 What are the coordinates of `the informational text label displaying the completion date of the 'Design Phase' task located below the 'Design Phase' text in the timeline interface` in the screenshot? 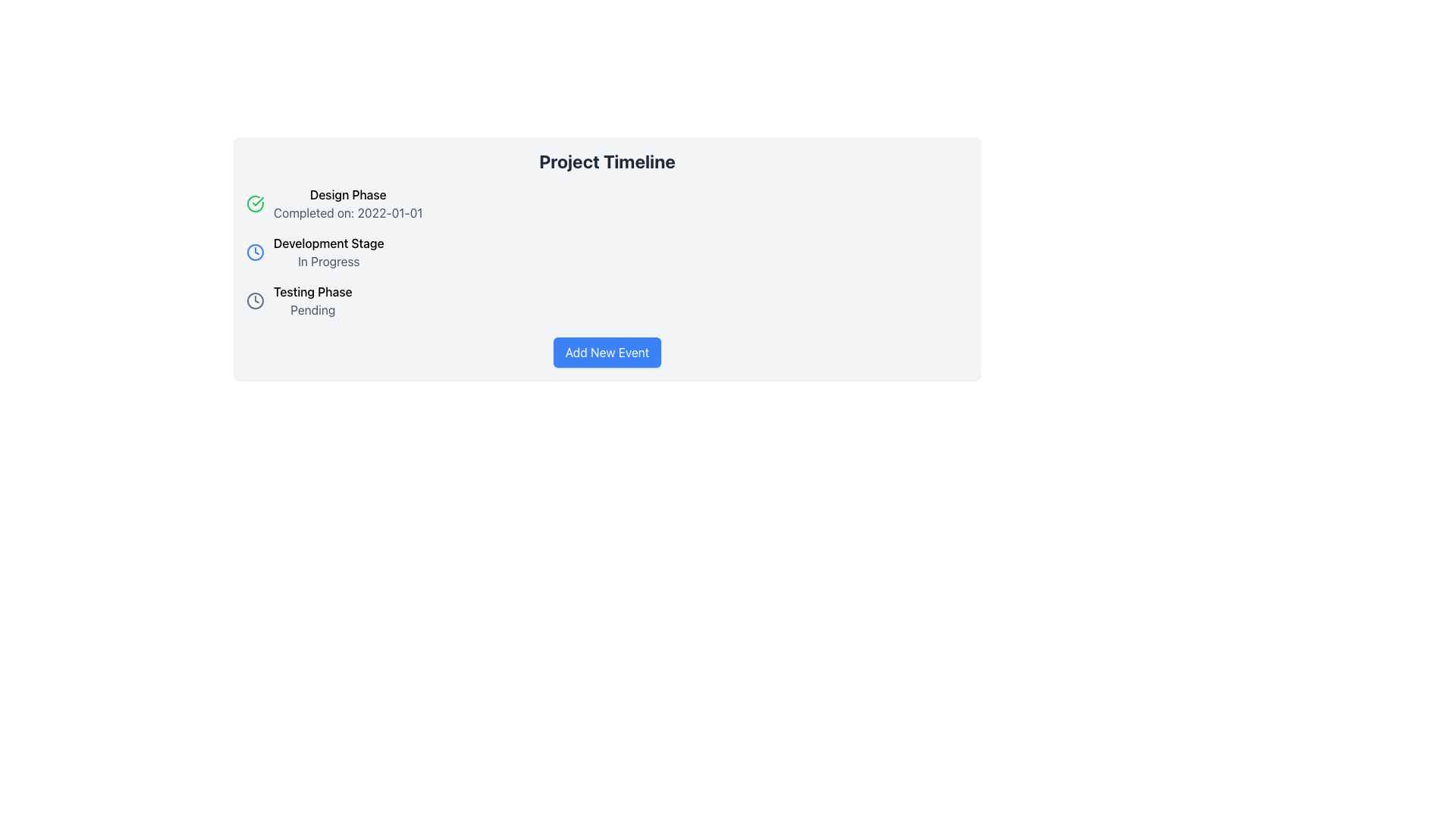 It's located at (347, 213).